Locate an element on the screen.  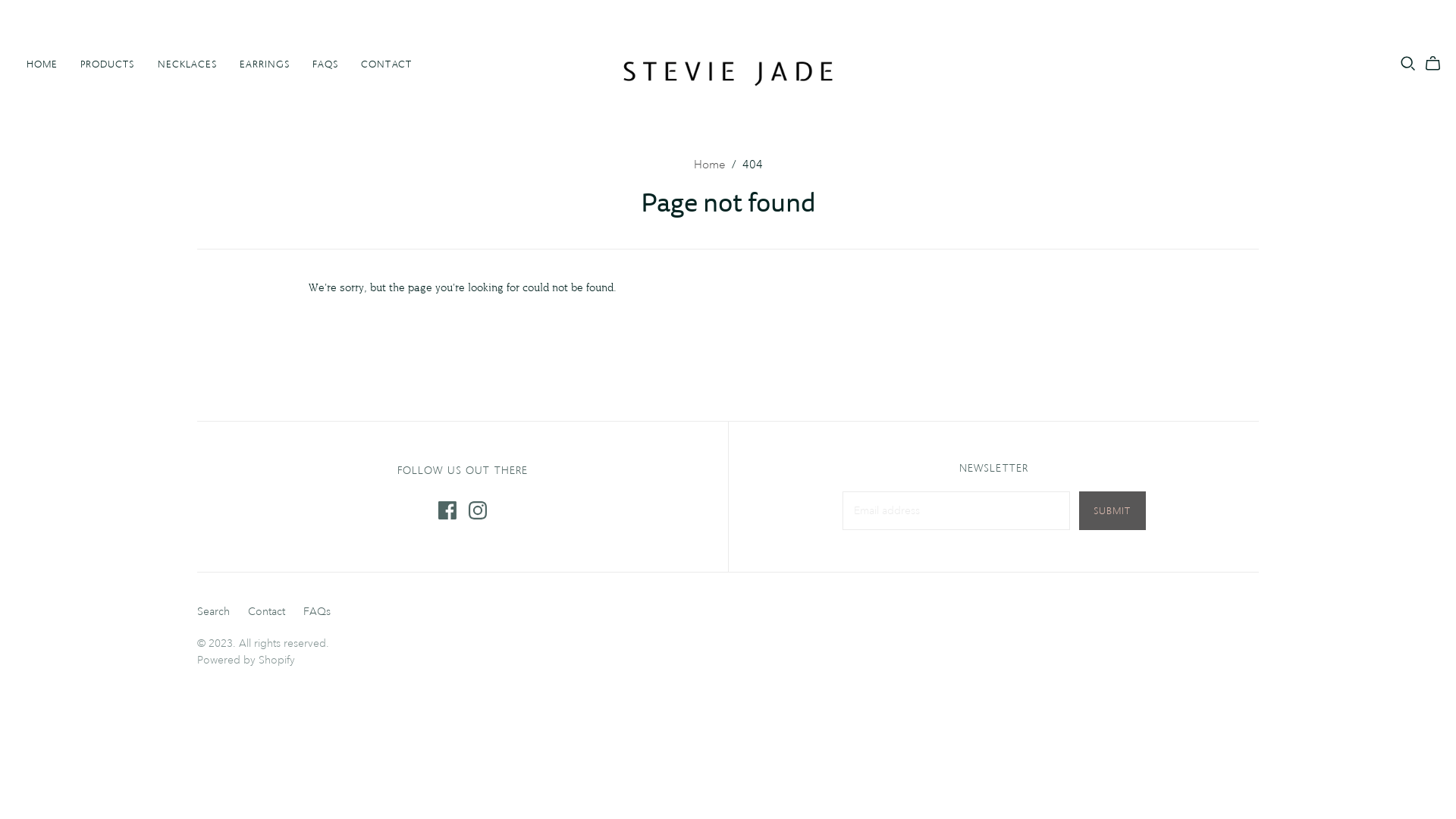
'Powered by Shopify' is located at coordinates (246, 659).